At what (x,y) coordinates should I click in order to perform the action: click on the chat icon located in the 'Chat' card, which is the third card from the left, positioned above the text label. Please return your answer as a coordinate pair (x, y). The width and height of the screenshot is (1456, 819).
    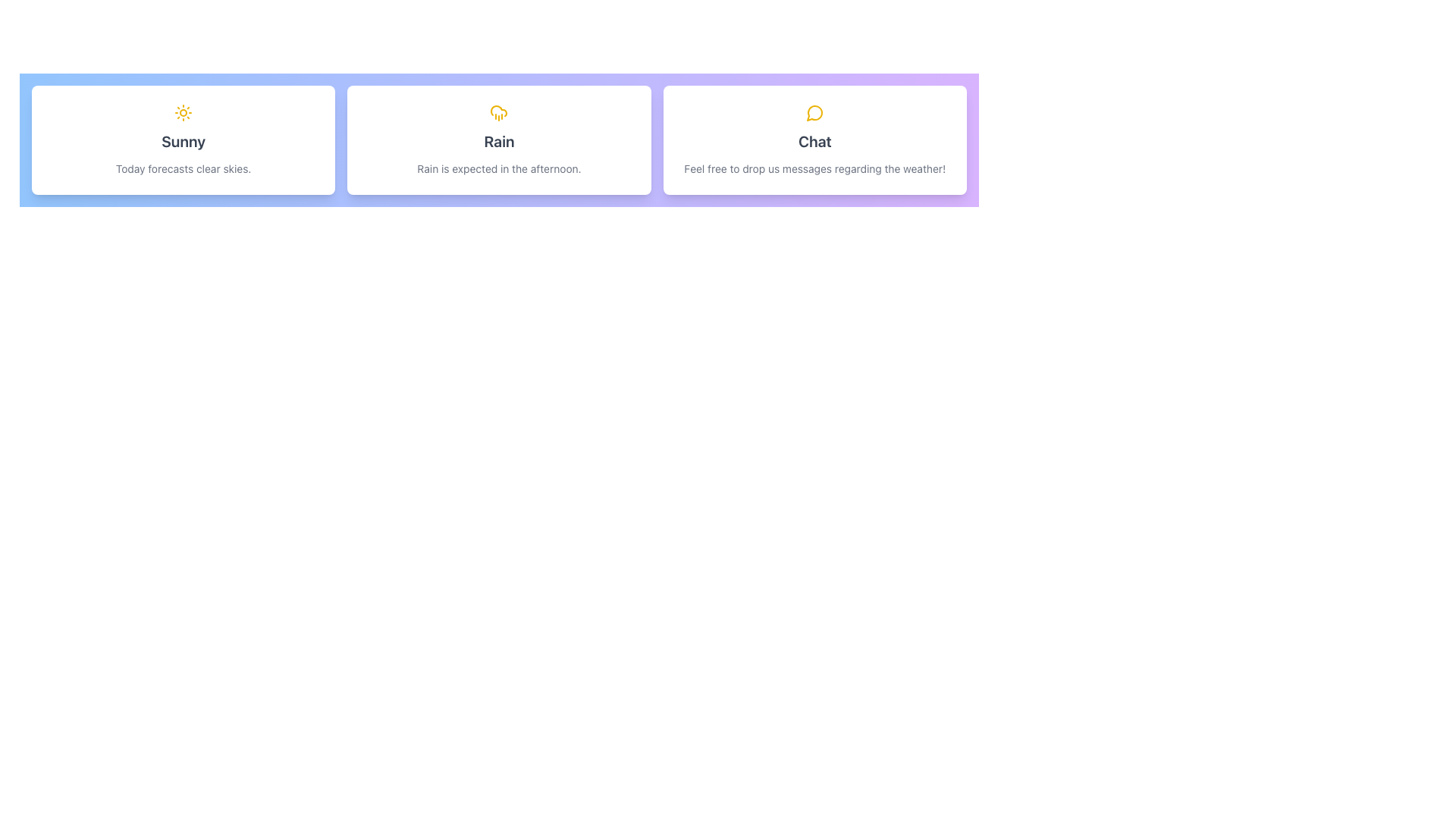
    Looking at the image, I should click on (814, 112).